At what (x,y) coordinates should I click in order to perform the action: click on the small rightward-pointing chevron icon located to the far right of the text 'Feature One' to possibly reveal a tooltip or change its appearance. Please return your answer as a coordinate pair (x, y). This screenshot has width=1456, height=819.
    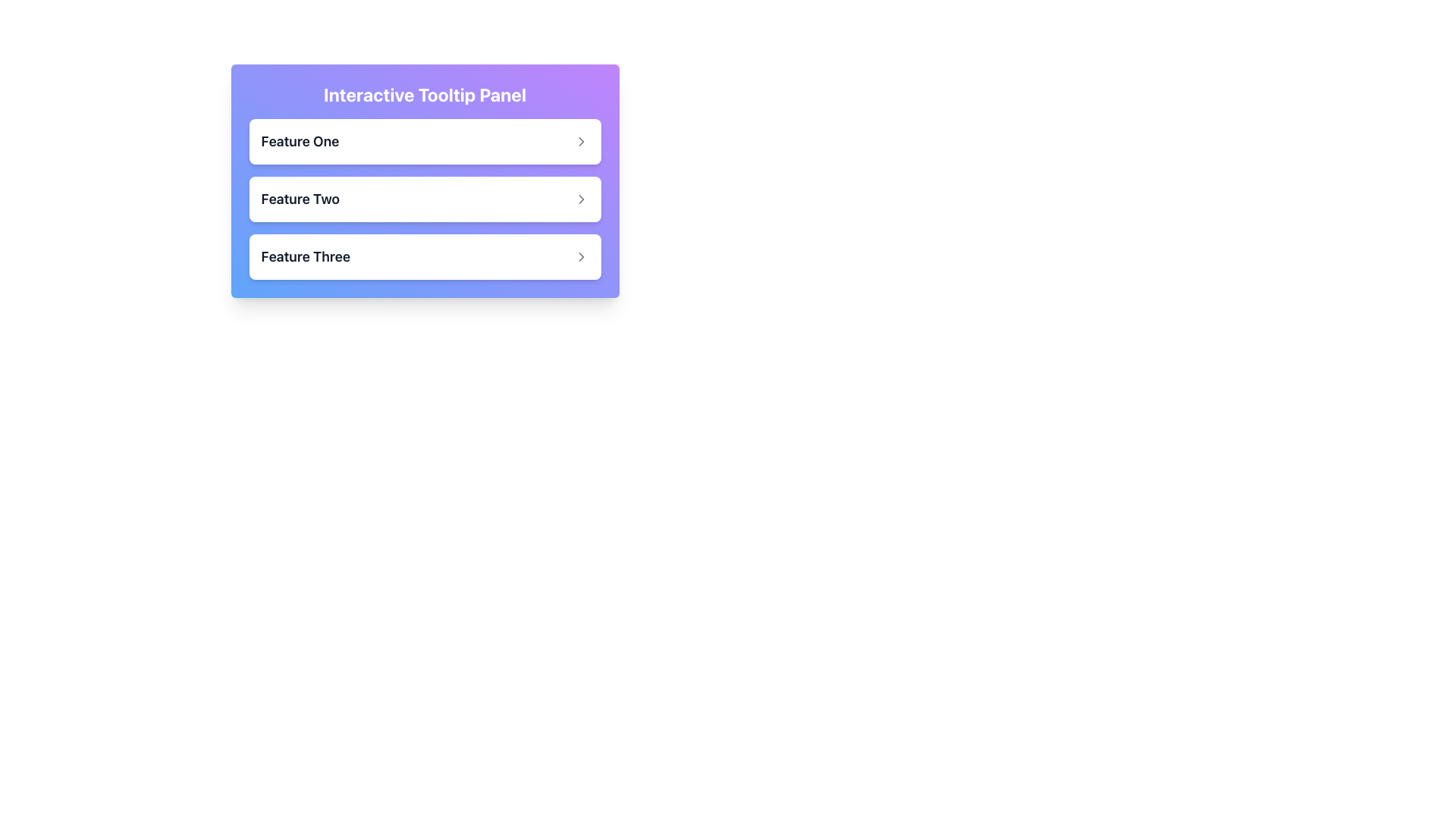
    Looking at the image, I should click on (580, 141).